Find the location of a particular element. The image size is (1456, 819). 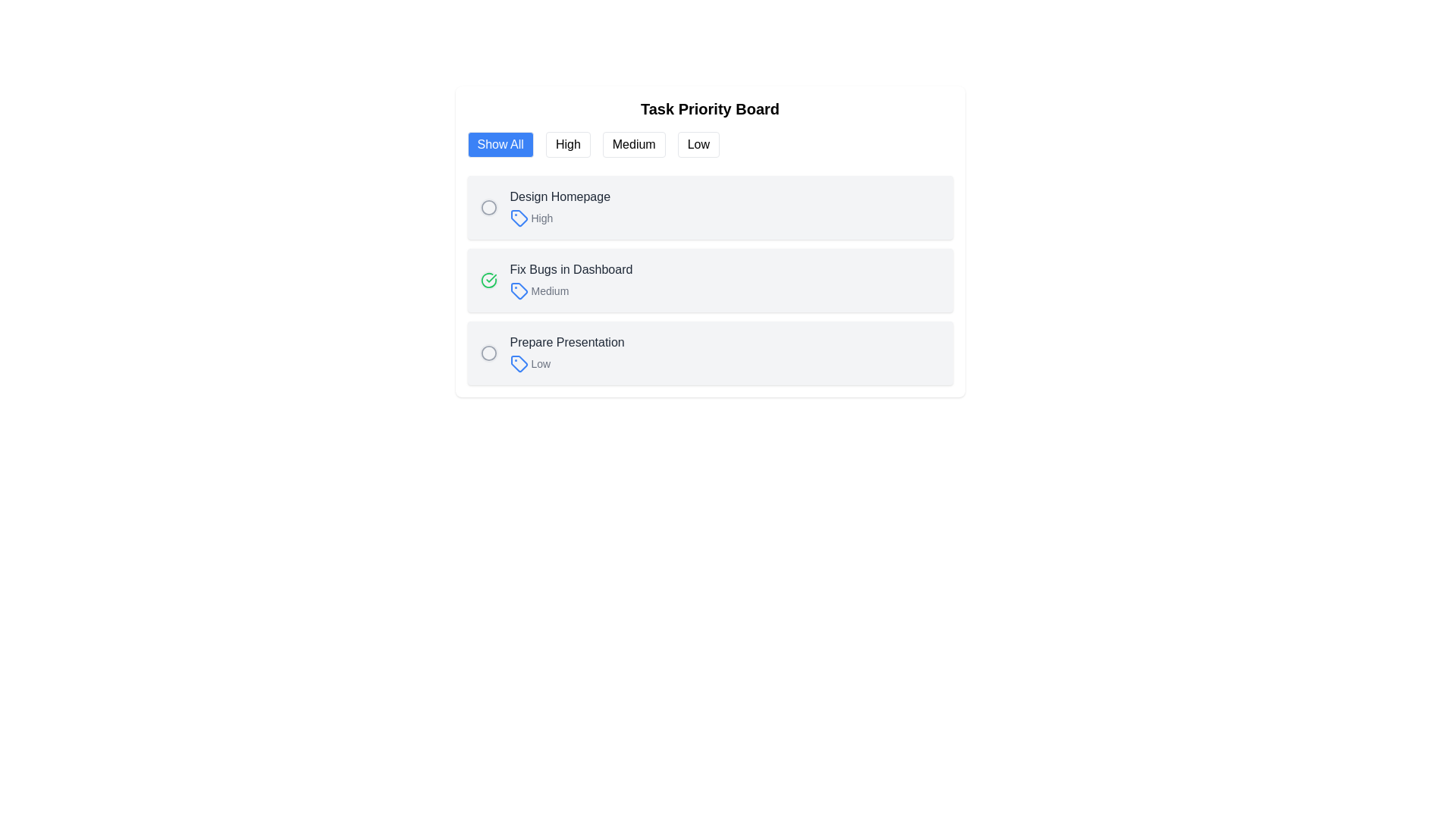

the Text Label that displays the title of a task item, located in the second row of the task listing section, next to the 'Medium' label and to the left of the checkmark icon is located at coordinates (570, 268).